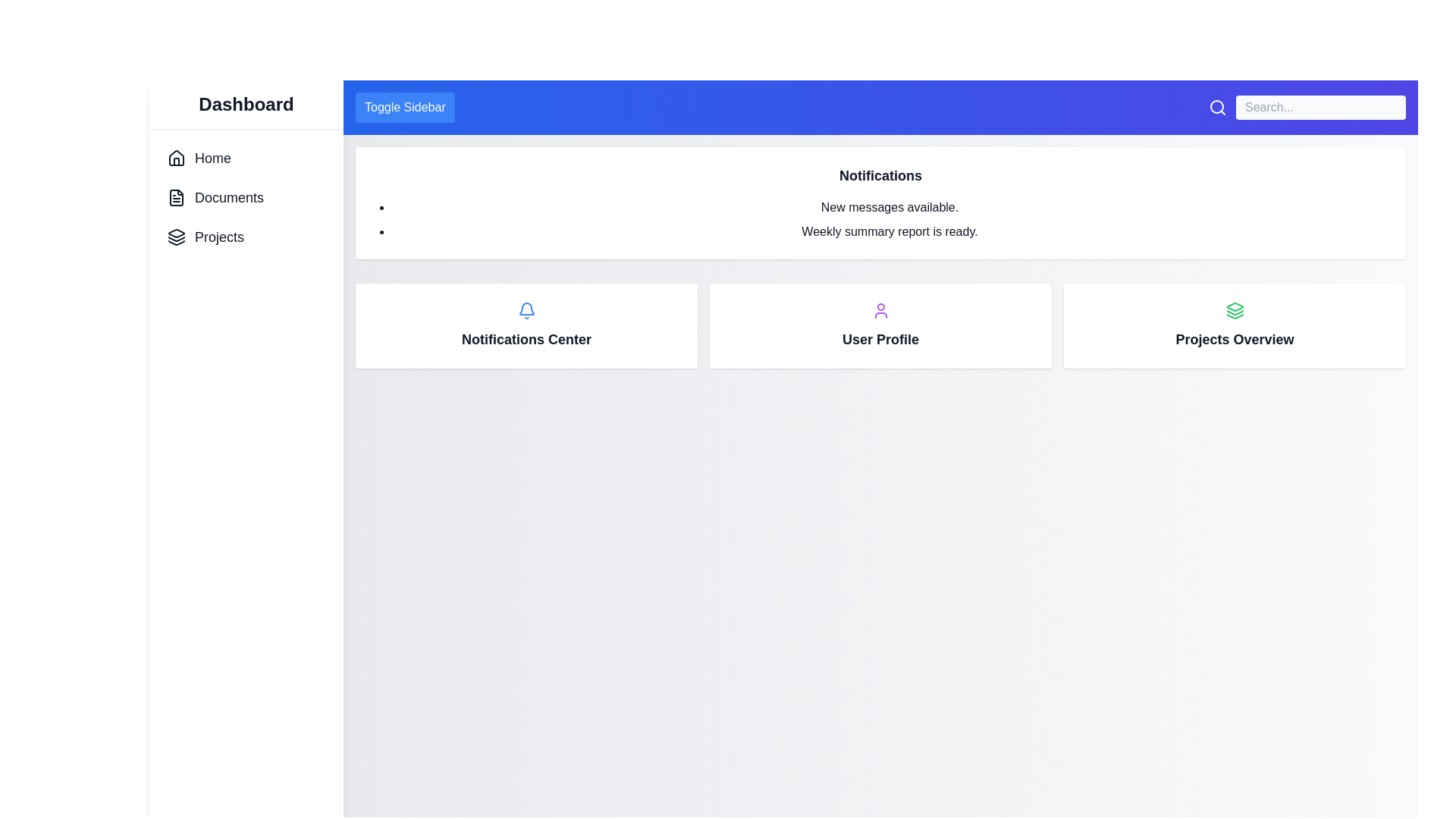 The height and width of the screenshot is (819, 1456). What do you see at coordinates (215, 197) in the screenshot?
I see `the 'Documents' button in the left sidebar` at bounding box center [215, 197].